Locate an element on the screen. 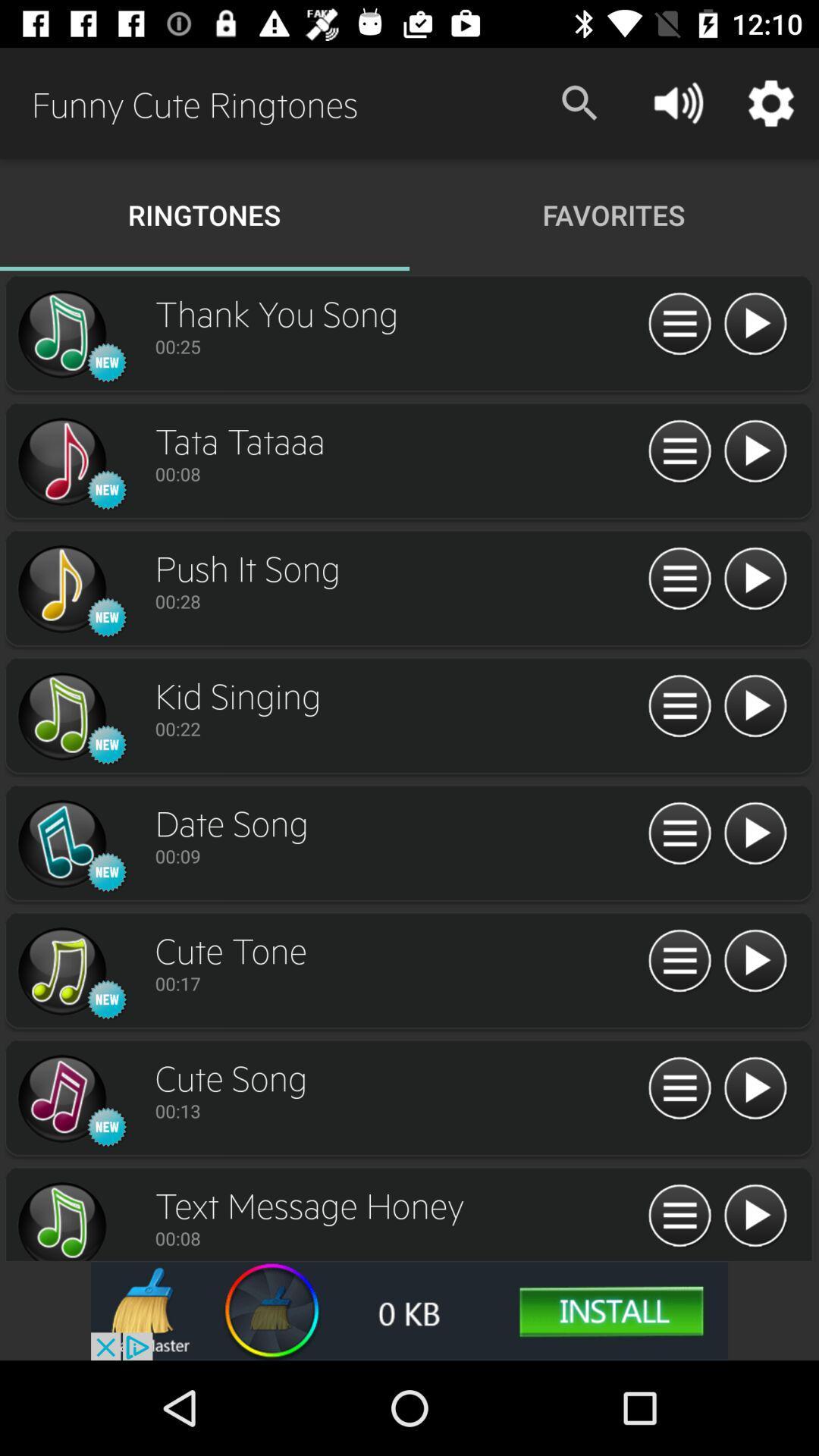  a ringtone is located at coordinates (755, 324).